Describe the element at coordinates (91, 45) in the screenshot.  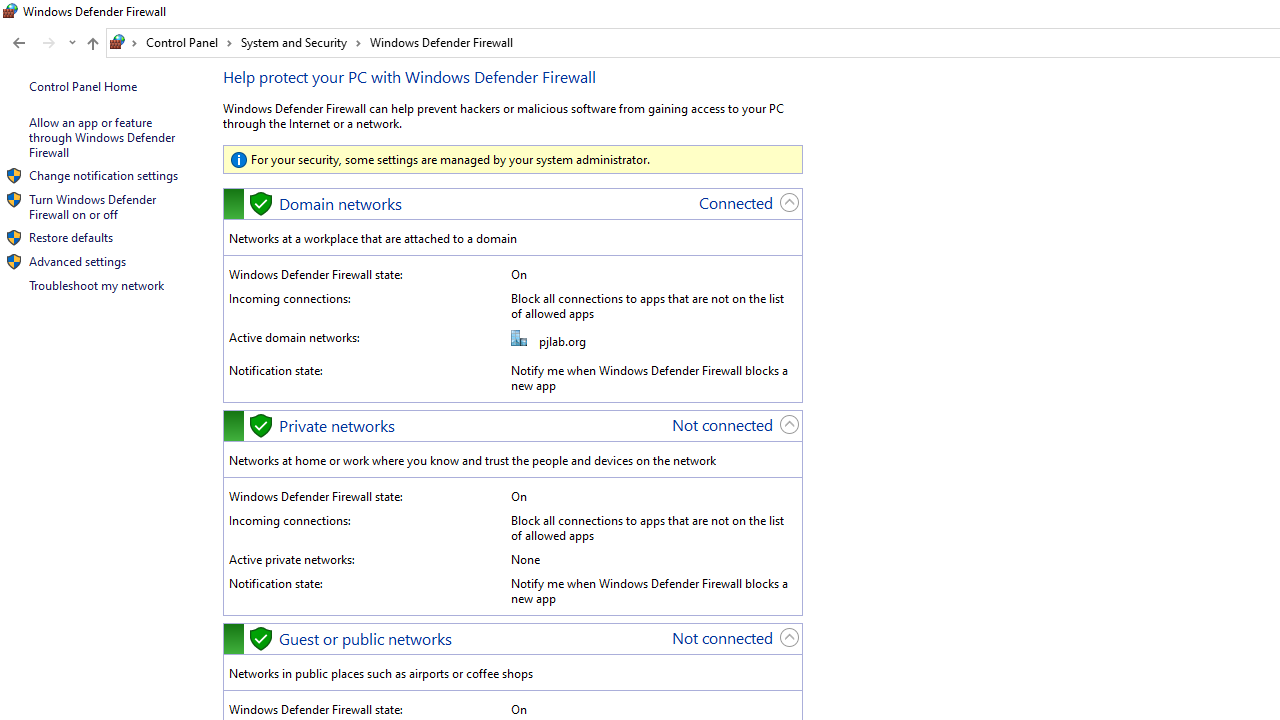
I see `'Up band toolbar'` at that location.